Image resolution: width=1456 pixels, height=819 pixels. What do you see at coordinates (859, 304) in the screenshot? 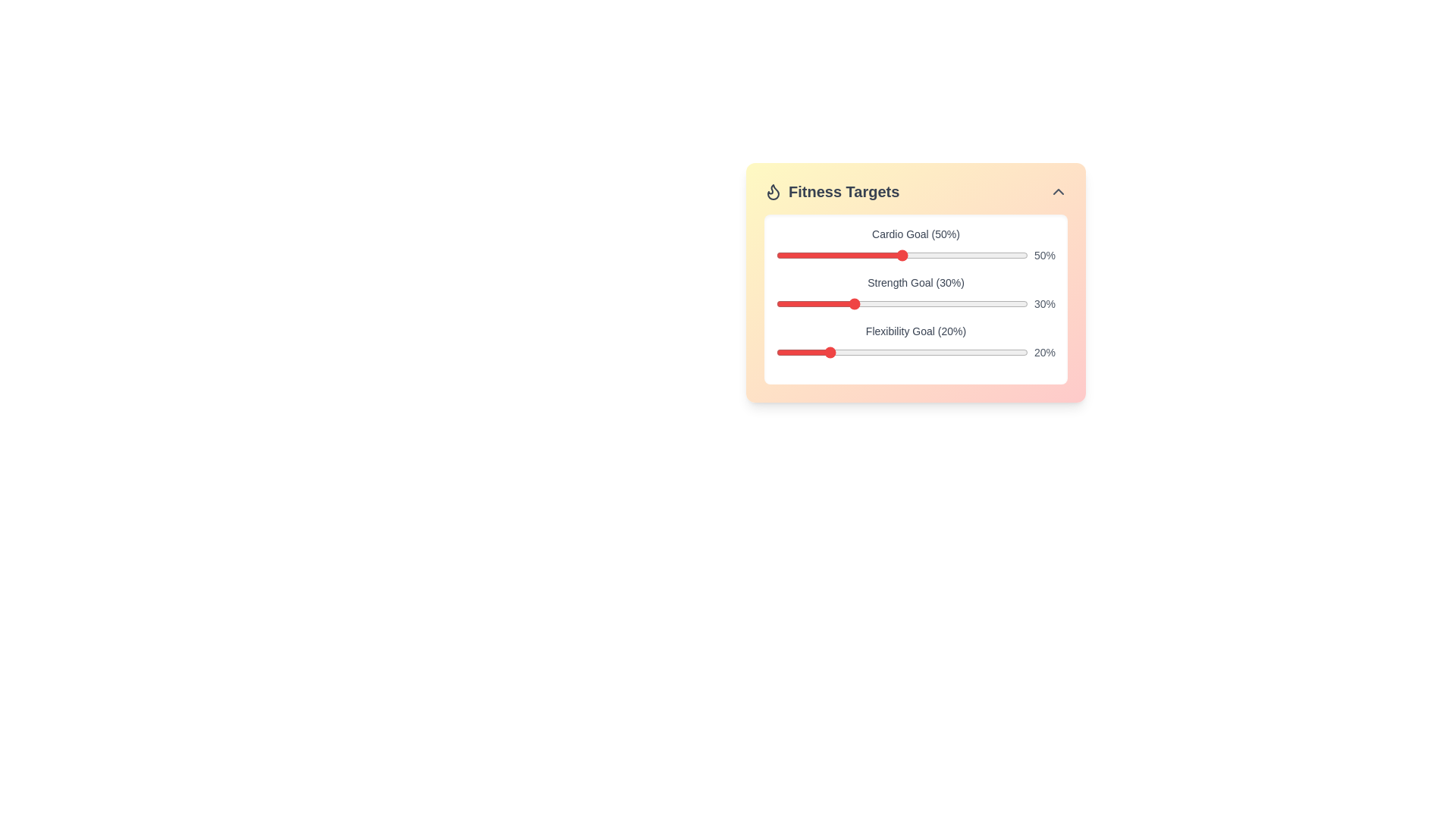
I see `the strength goal slider to 33% by dragging the slider` at bounding box center [859, 304].